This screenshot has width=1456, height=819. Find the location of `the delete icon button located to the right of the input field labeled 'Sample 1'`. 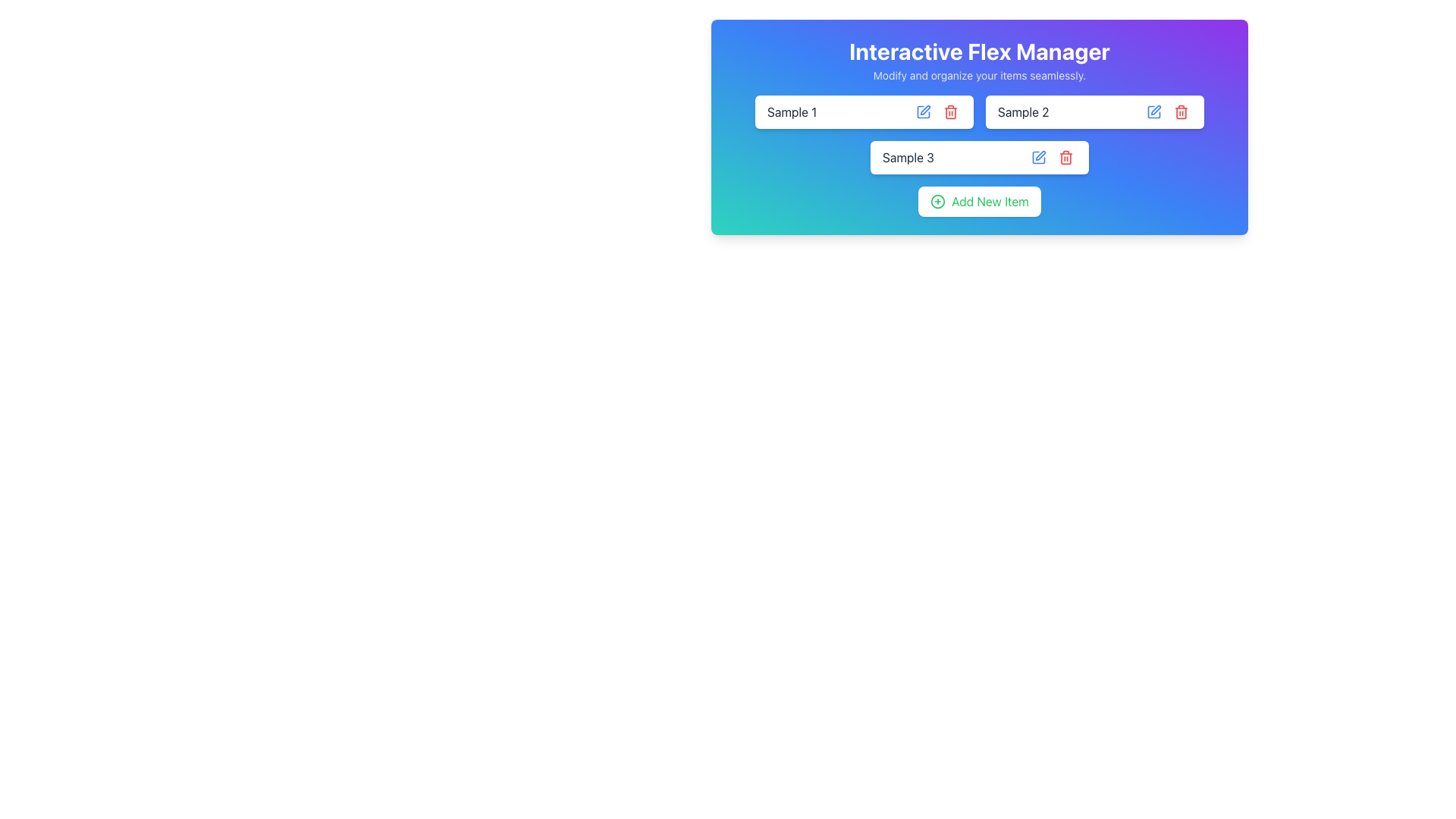

the delete icon button located to the right of the input field labeled 'Sample 1' is located at coordinates (949, 111).